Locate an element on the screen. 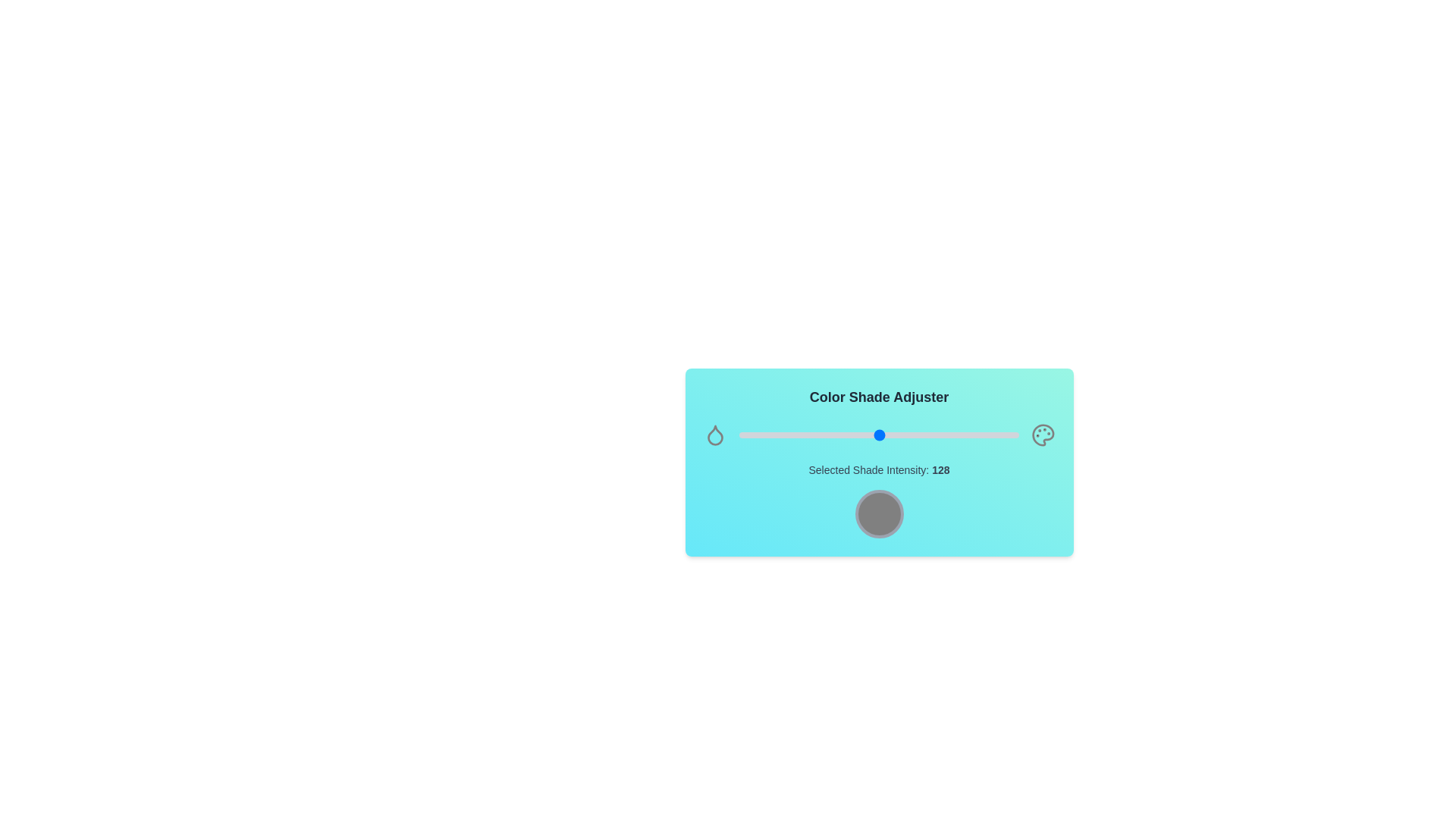  the shade intensity to 49 by interacting with the slider is located at coordinates (792, 435).